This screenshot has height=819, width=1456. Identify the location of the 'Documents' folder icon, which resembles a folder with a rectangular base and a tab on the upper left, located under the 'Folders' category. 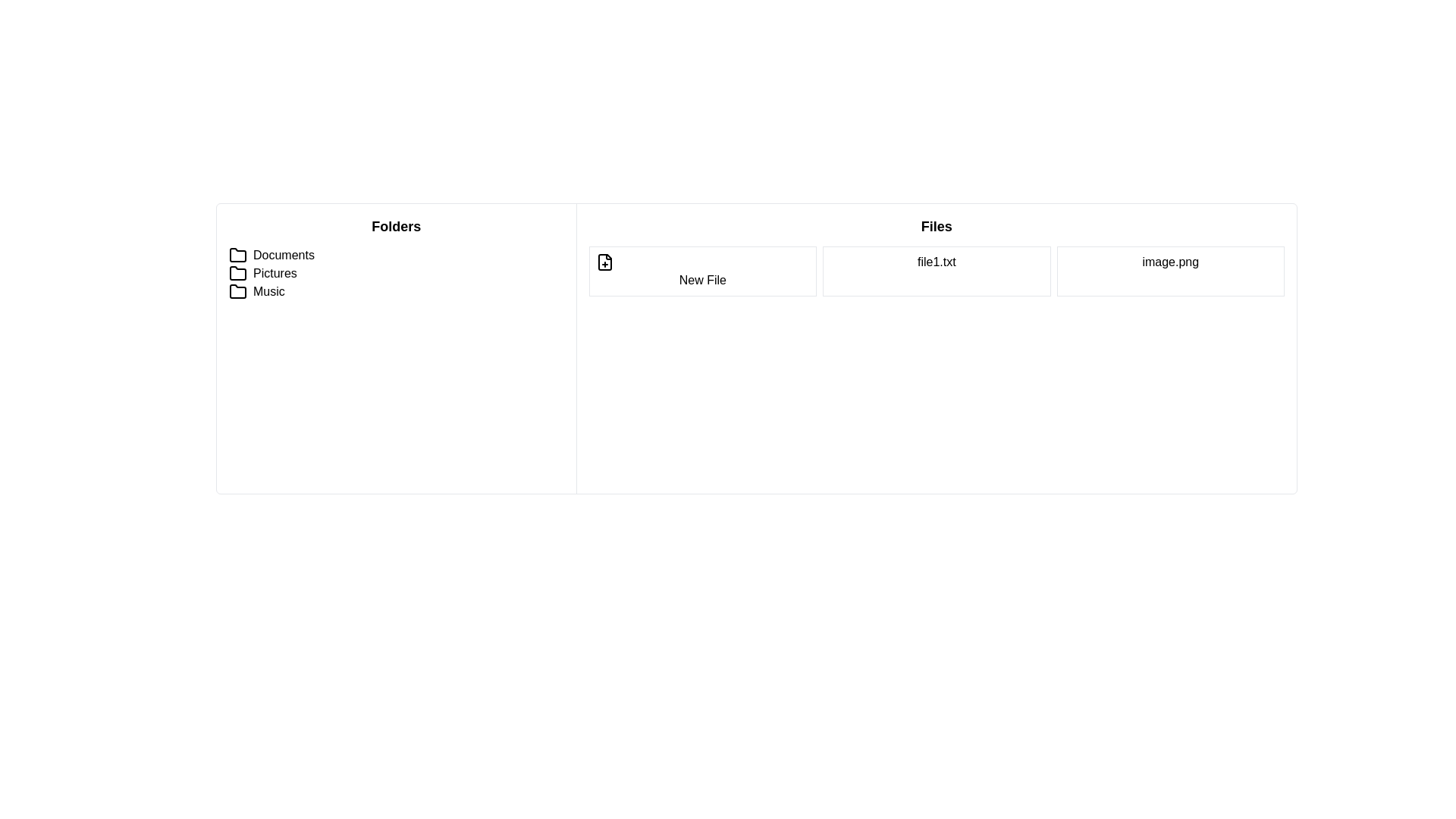
(237, 254).